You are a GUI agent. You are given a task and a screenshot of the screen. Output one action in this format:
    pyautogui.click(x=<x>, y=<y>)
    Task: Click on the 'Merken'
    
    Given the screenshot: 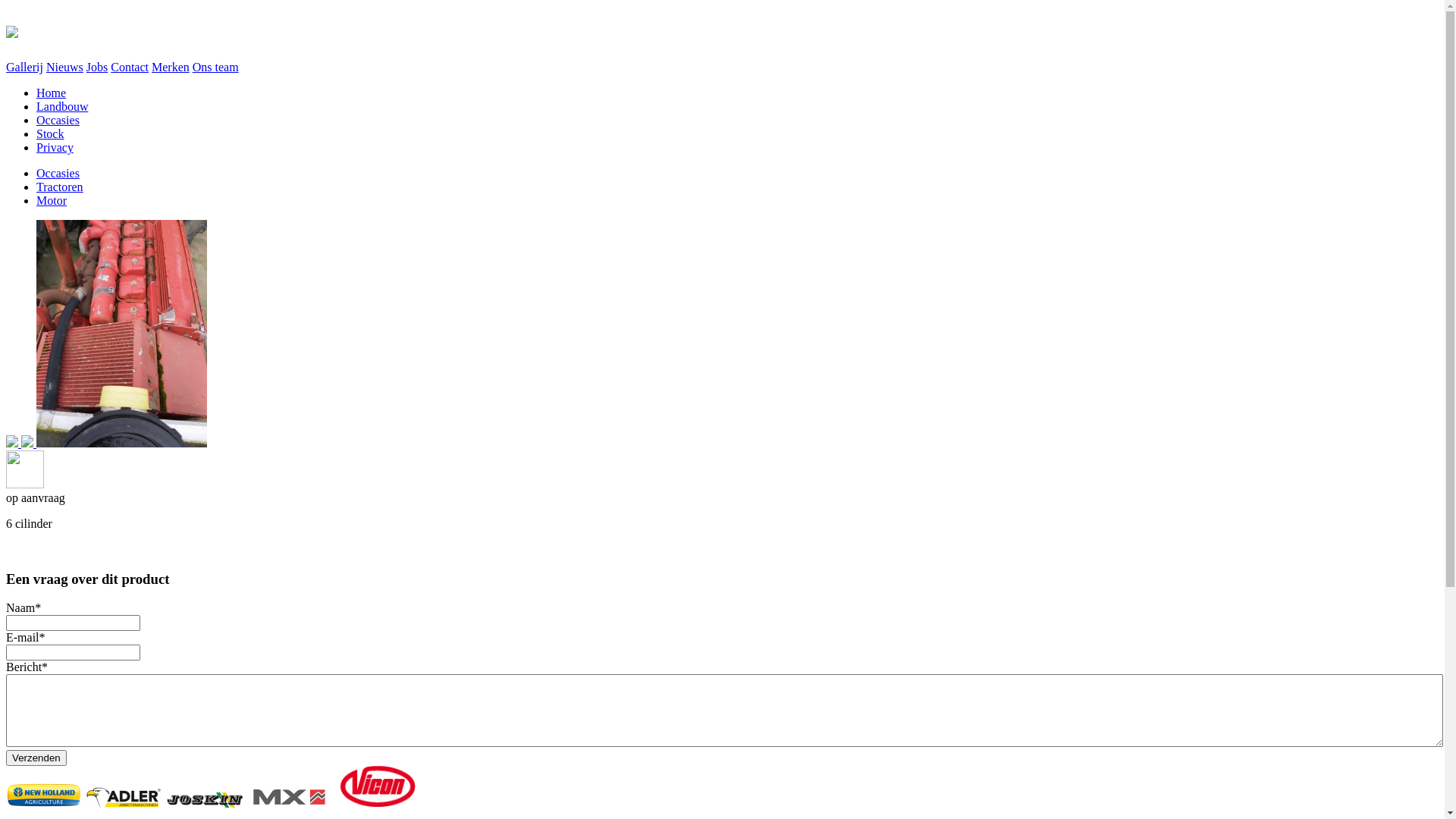 What is the action you would take?
    pyautogui.click(x=171, y=66)
    